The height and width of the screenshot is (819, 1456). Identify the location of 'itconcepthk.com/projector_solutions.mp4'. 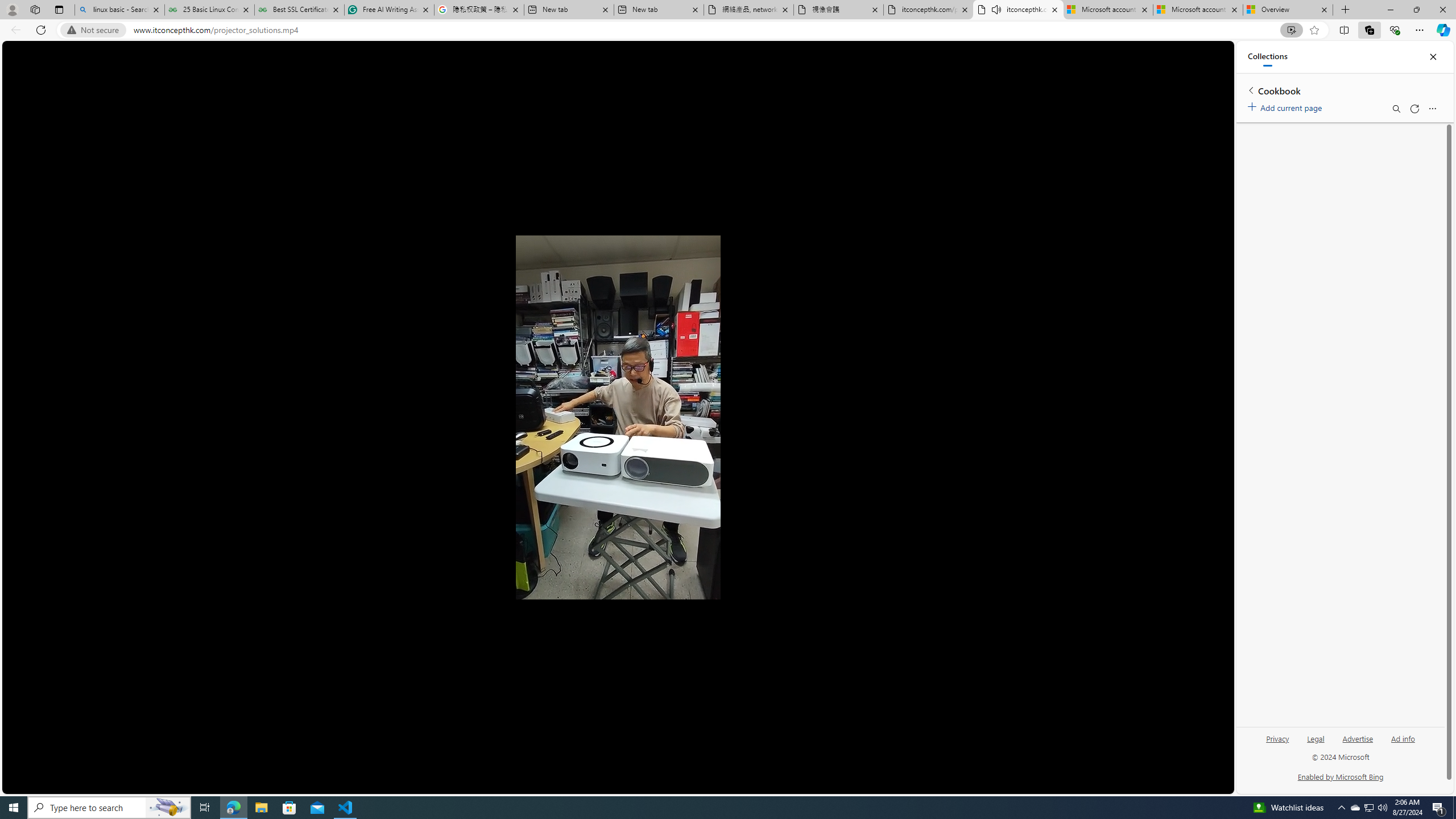
(928, 9).